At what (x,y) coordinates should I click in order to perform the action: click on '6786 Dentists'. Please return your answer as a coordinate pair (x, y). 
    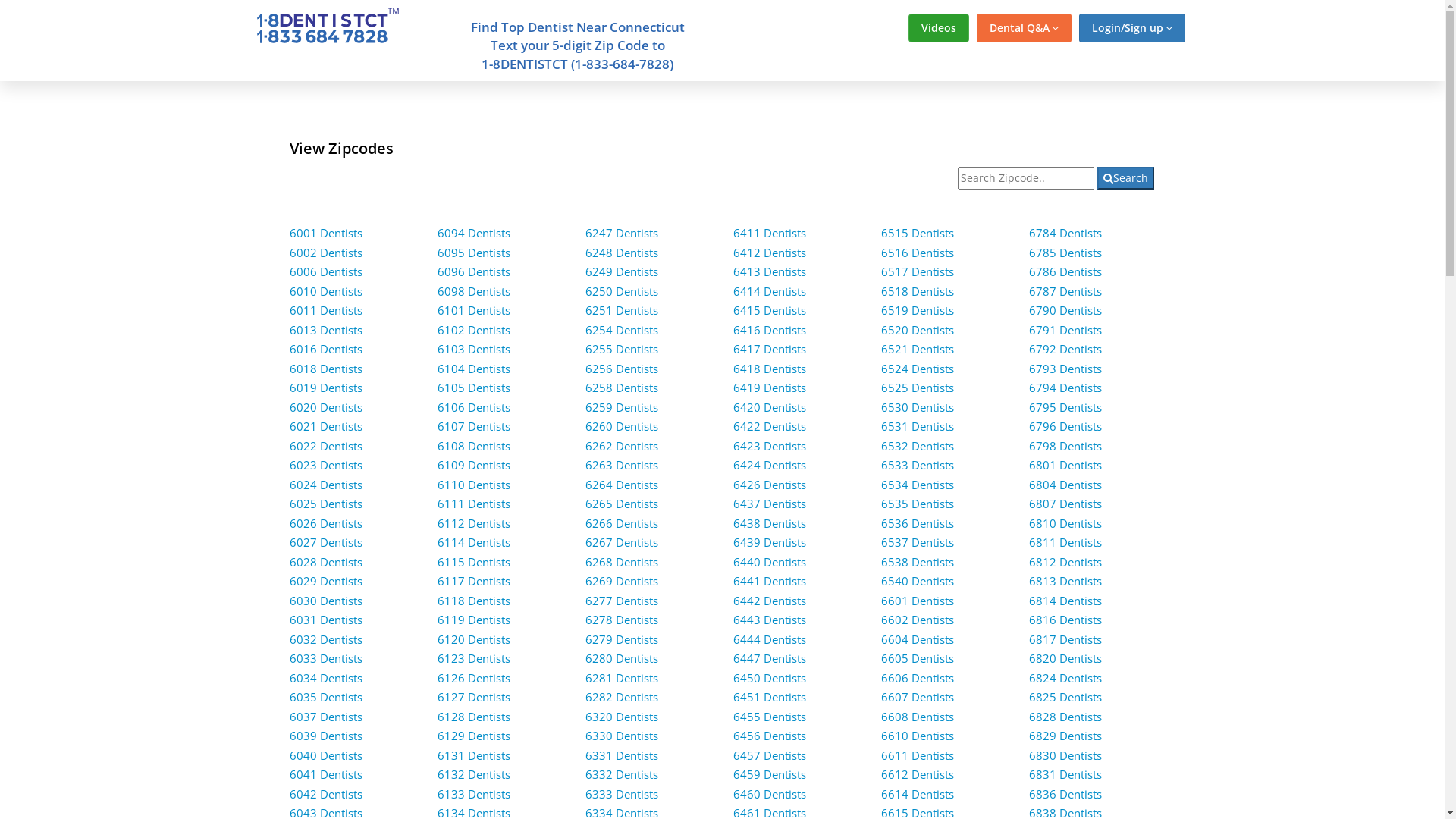
    Looking at the image, I should click on (1065, 271).